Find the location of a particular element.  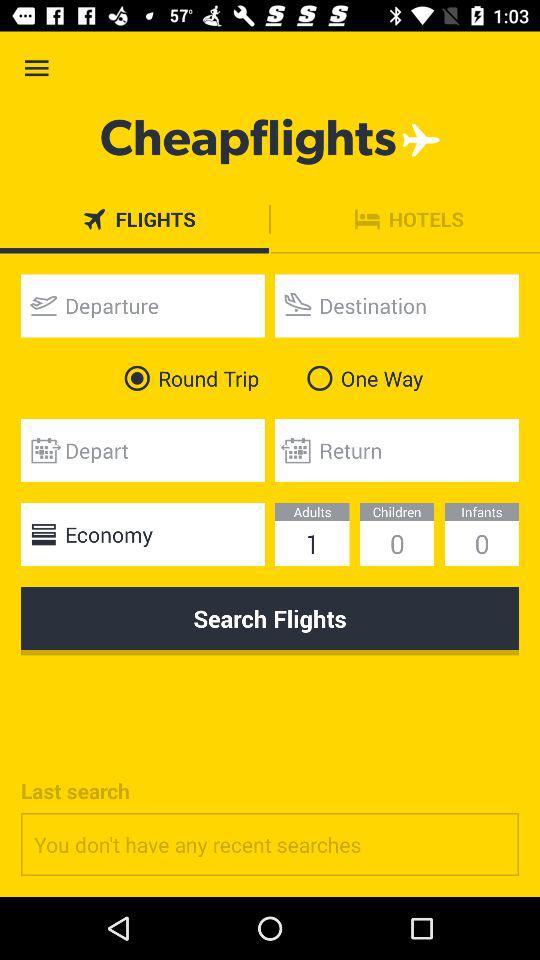

allows the user to choose where they want to travel to is located at coordinates (397, 305).